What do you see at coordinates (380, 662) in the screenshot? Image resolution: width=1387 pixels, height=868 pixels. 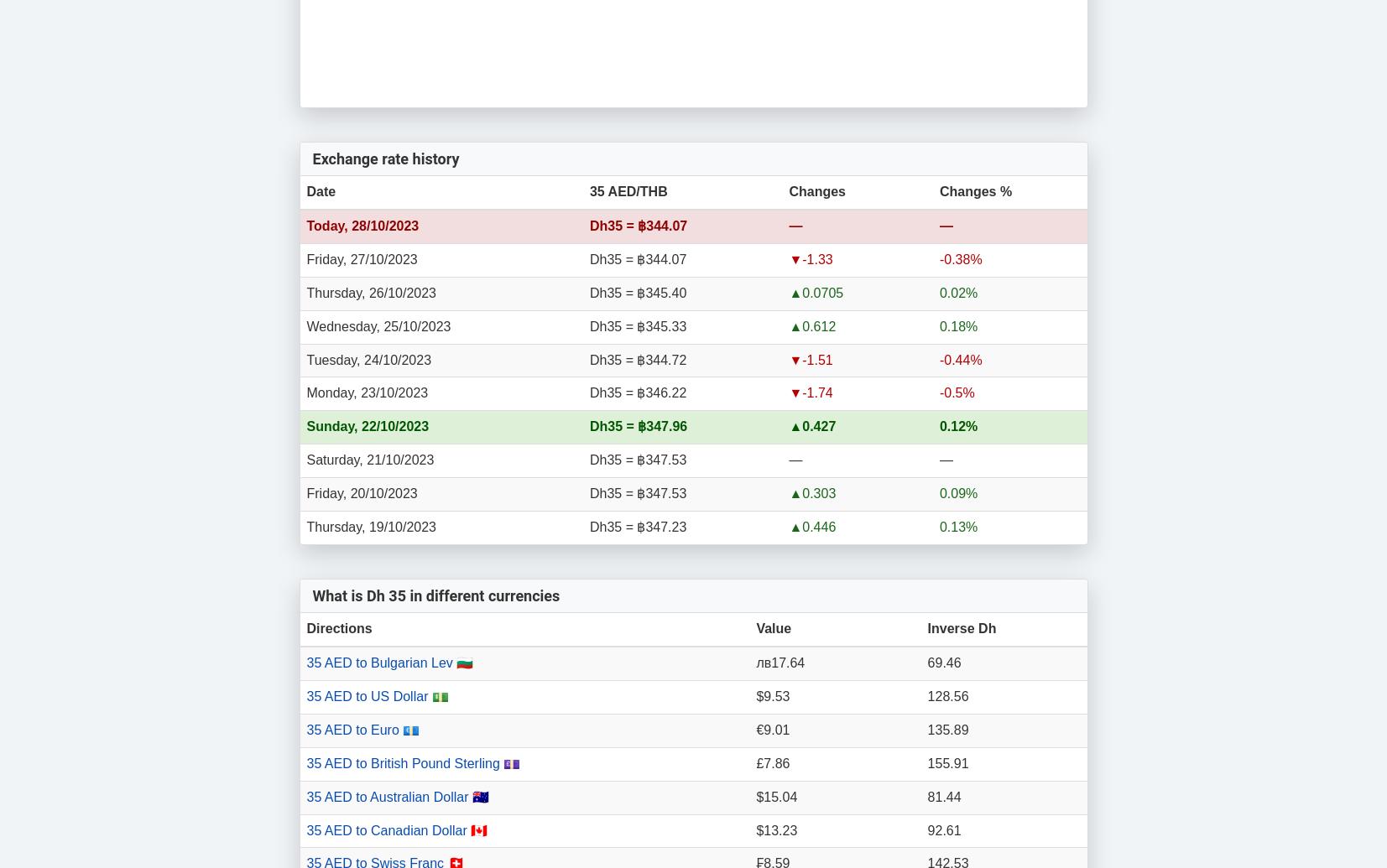 I see `'35 AED to Bulgarian Lev'` at bounding box center [380, 662].